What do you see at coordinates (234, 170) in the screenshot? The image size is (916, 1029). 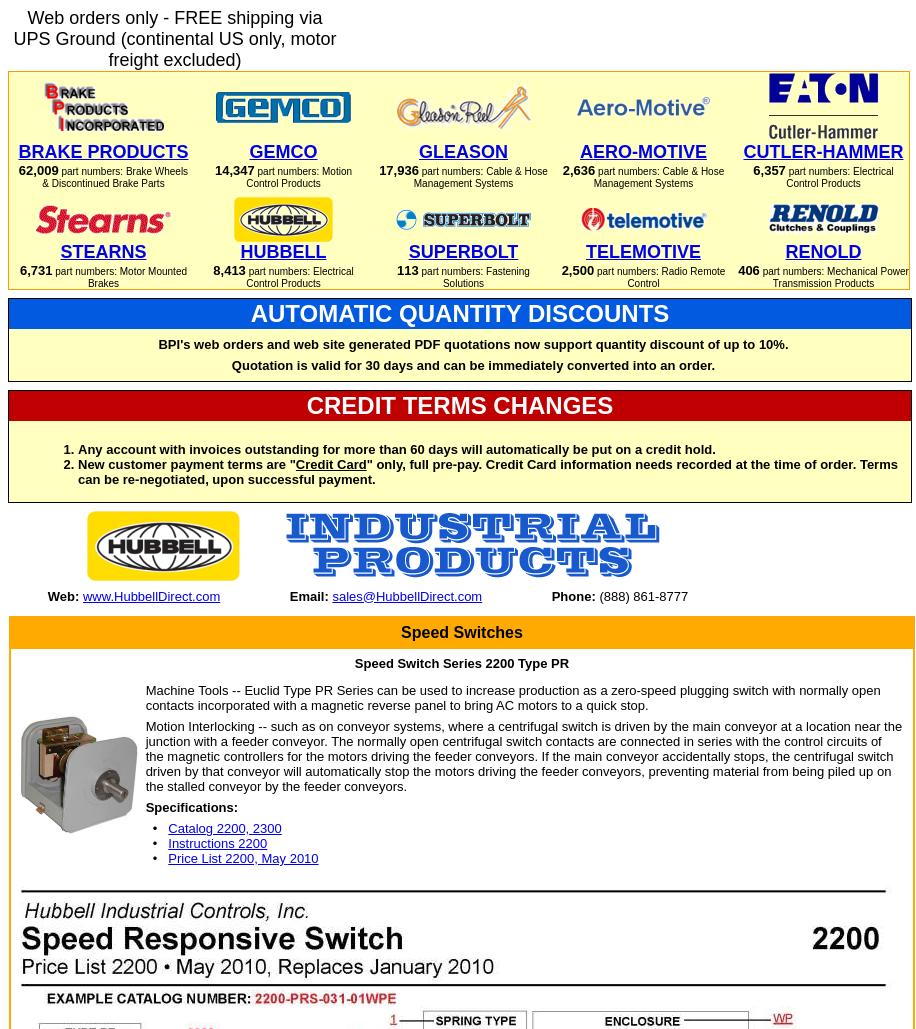 I see `'14,347'` at bounding box center [234, 170].